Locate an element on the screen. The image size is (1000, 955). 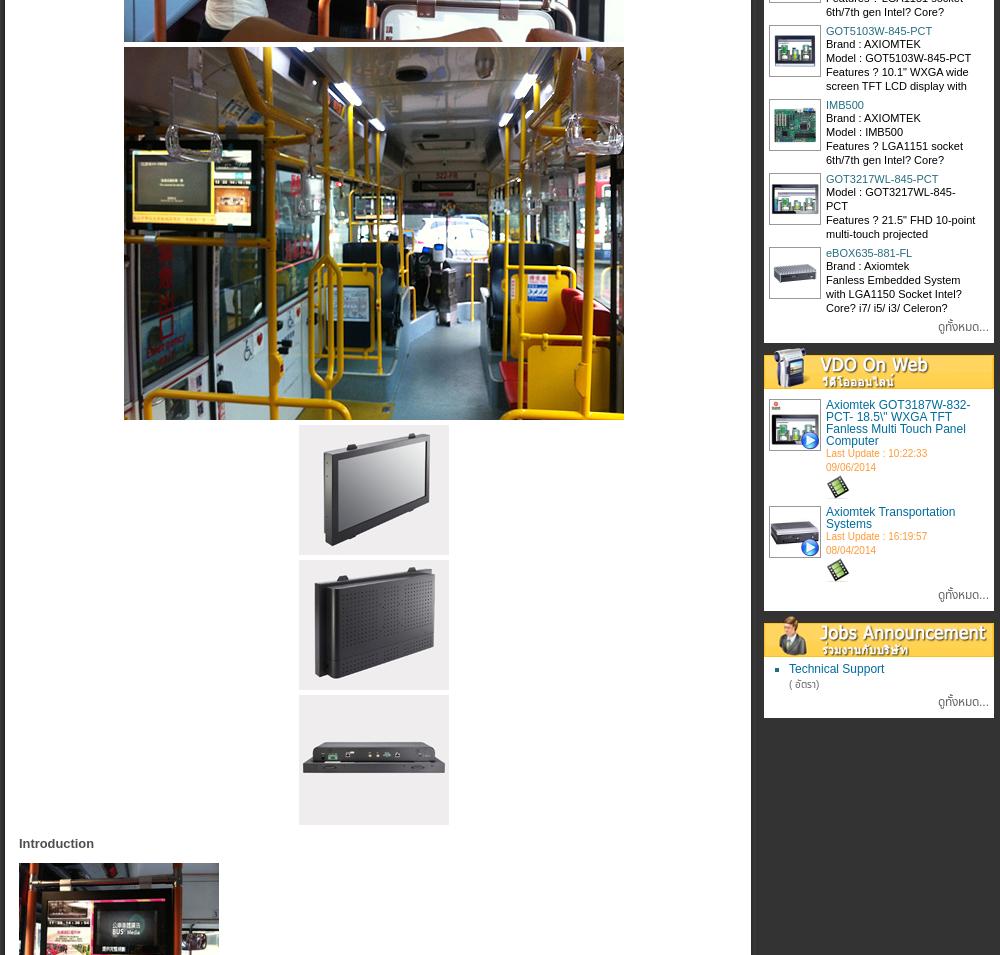
'Last Update : 17:06:44 19/04/2017' is located at coordinates (876, 172).